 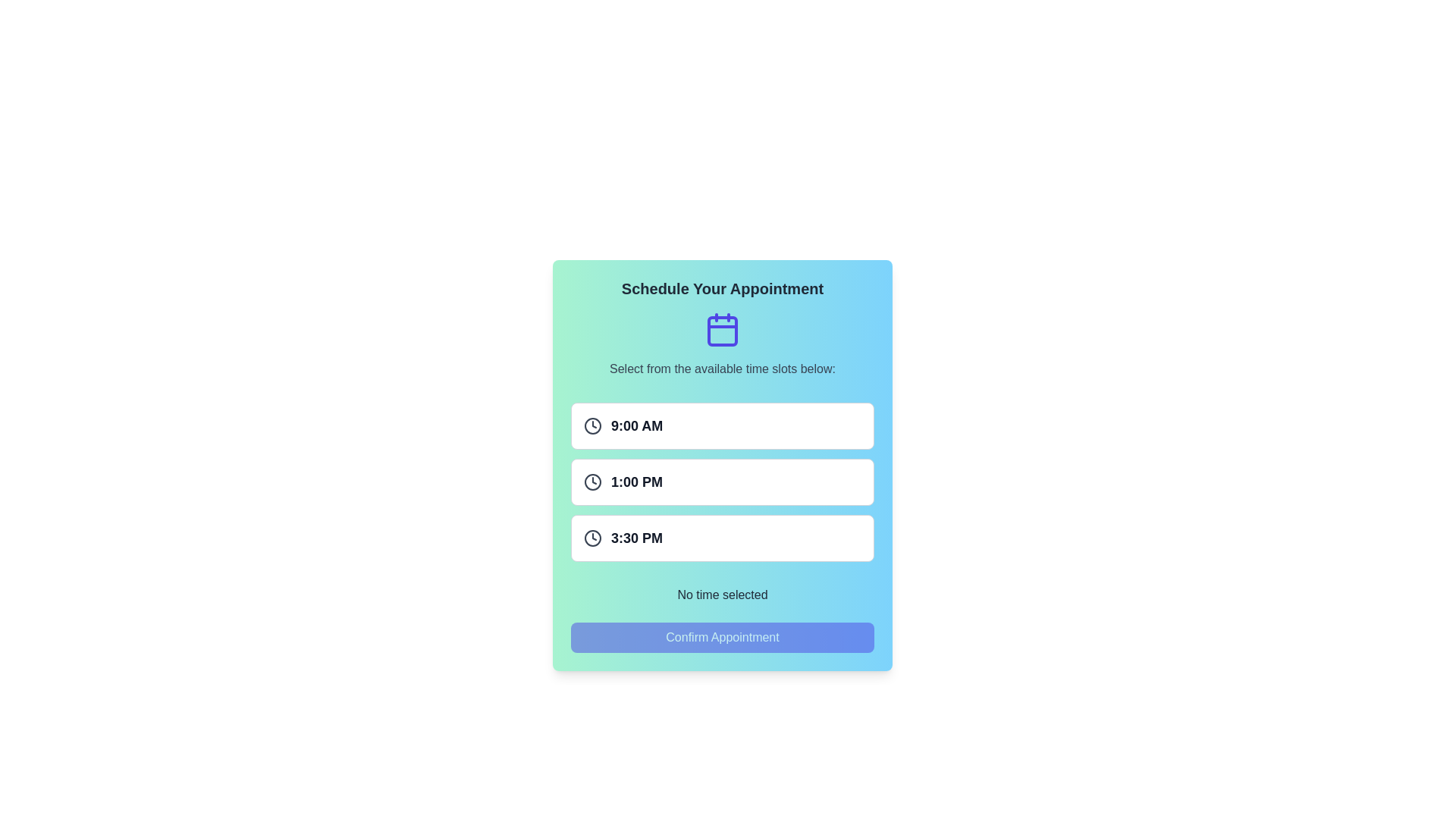 What do you see at coordinates (637, 537) in the screenshot?
I see `displayed time '3:30 PM' from the bold text label located in the third selectable time slot under the 'Schedule Your Appointment' section` at bounding box center [637, 537].